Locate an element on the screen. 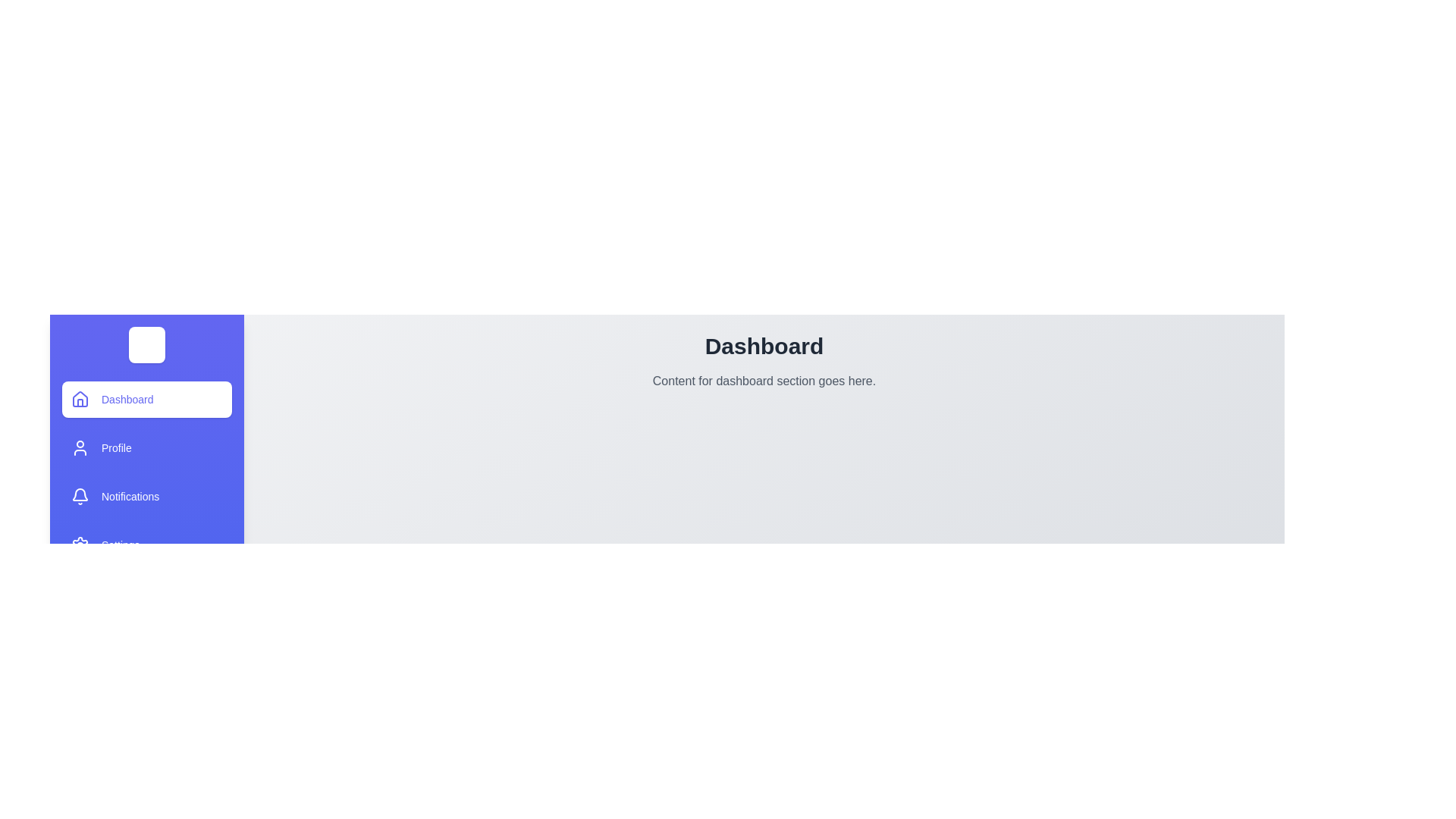 The width and height of the screenshot is (1456, 819). the tab labeled Notifications from the drawer is located at coordinates (146, 497).